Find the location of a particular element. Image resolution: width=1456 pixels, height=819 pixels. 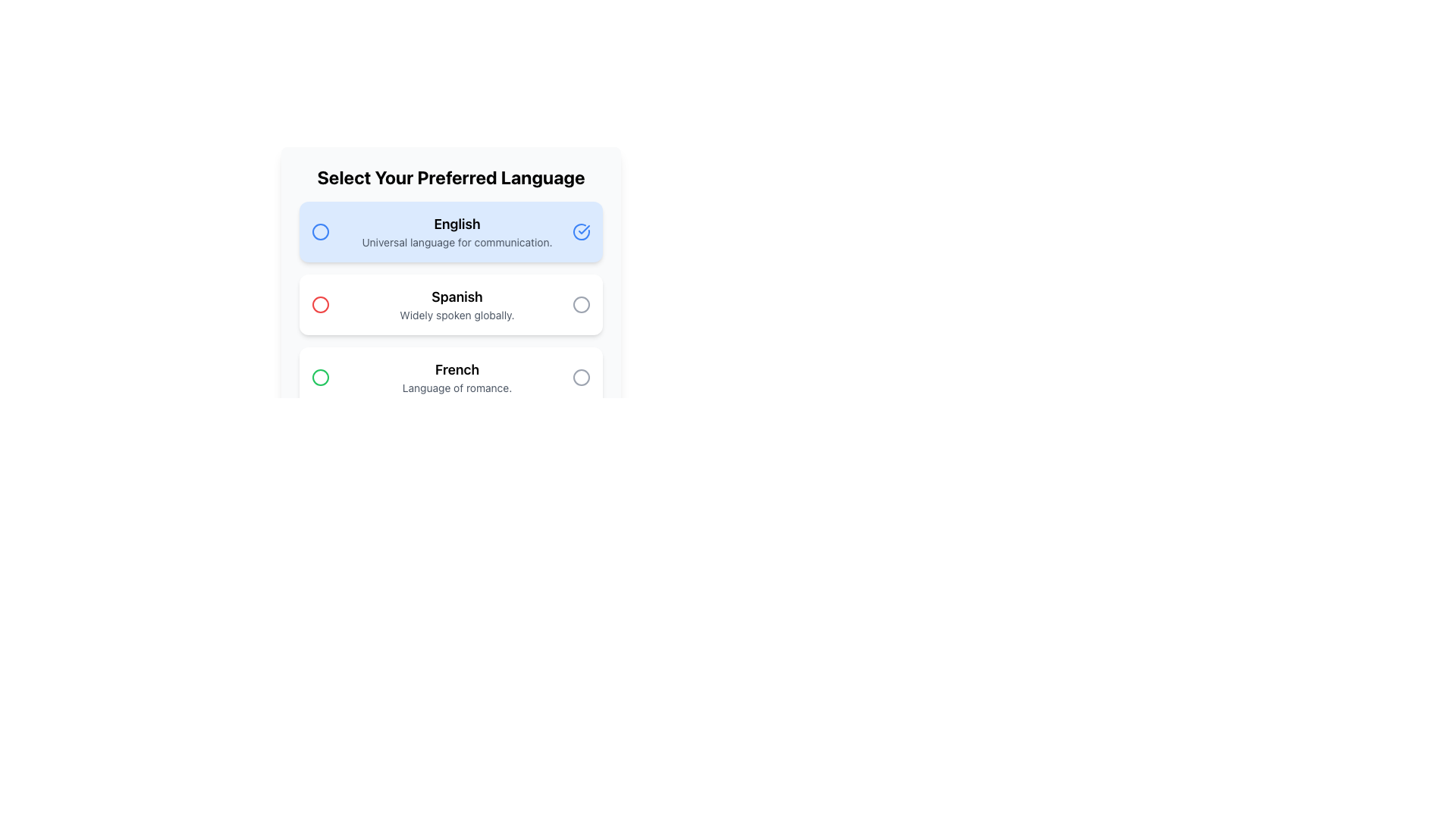

the descriptive text label that clarifies the 'English' language option, stating it as a 'Universal language for communication.' is located at coordinates (457, 242).